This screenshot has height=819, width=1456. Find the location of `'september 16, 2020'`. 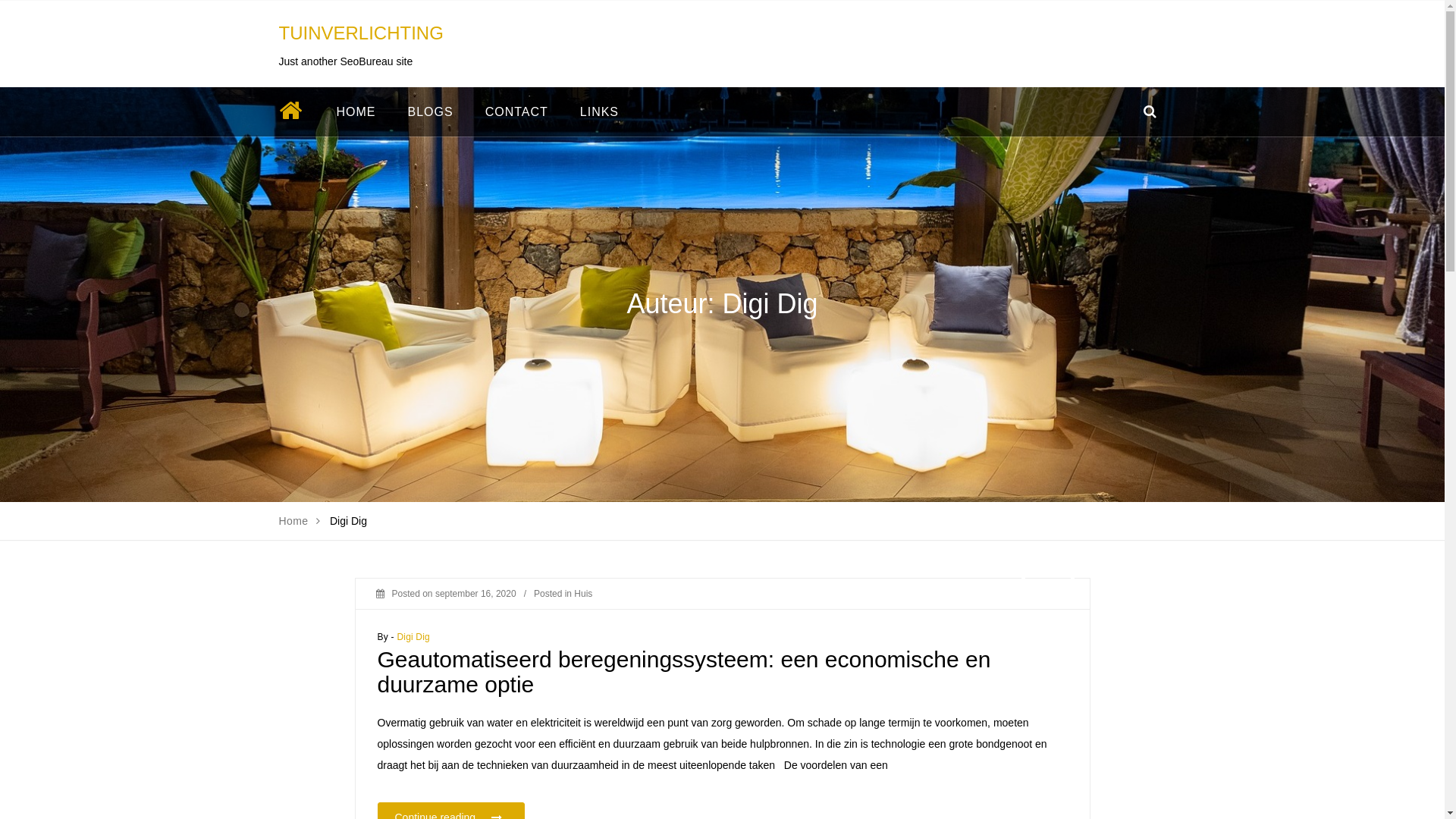

'september 16, 2020' is located at coordinates (475, 593).